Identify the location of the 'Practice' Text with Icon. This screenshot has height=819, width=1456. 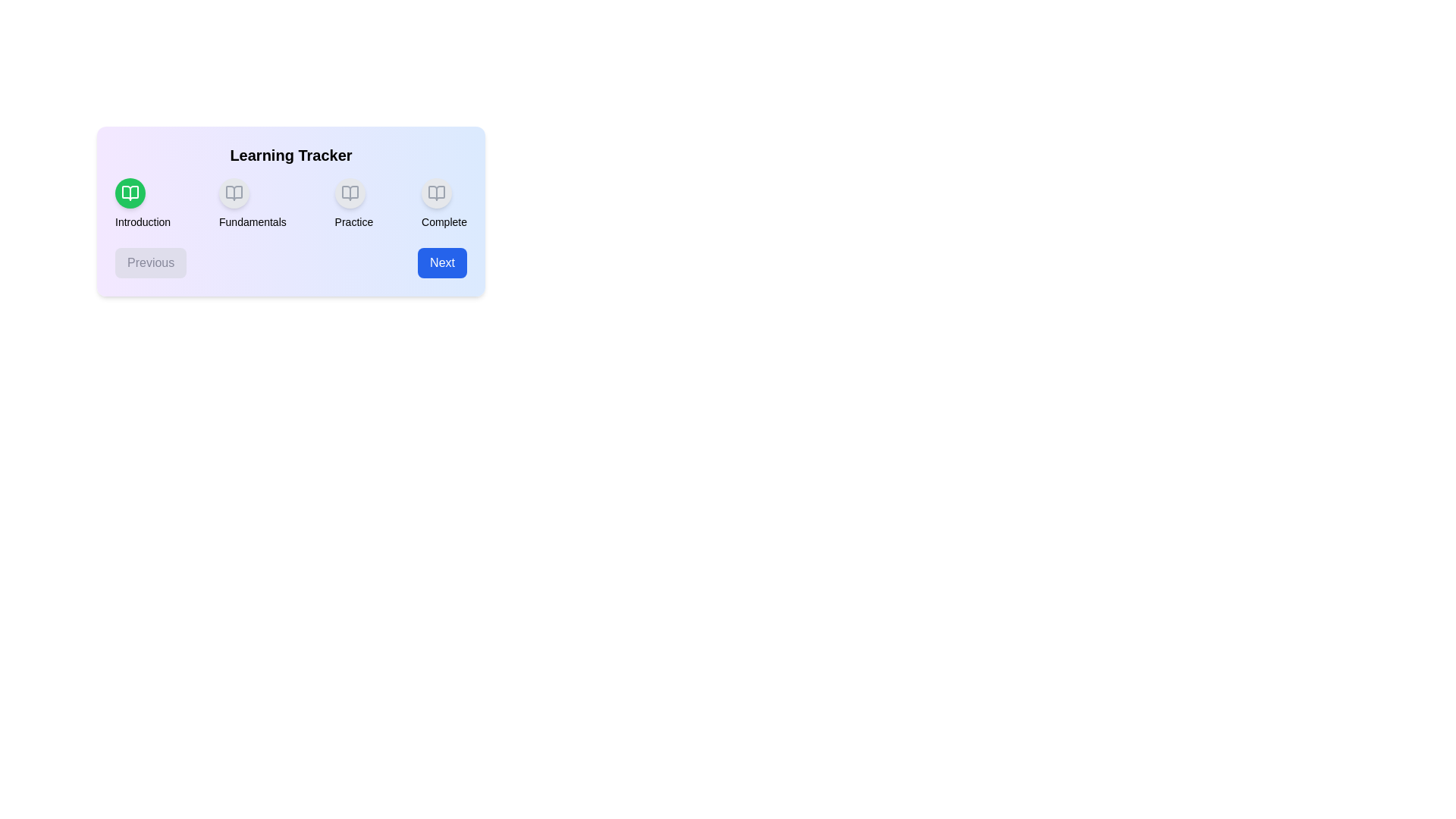
(353, 203).